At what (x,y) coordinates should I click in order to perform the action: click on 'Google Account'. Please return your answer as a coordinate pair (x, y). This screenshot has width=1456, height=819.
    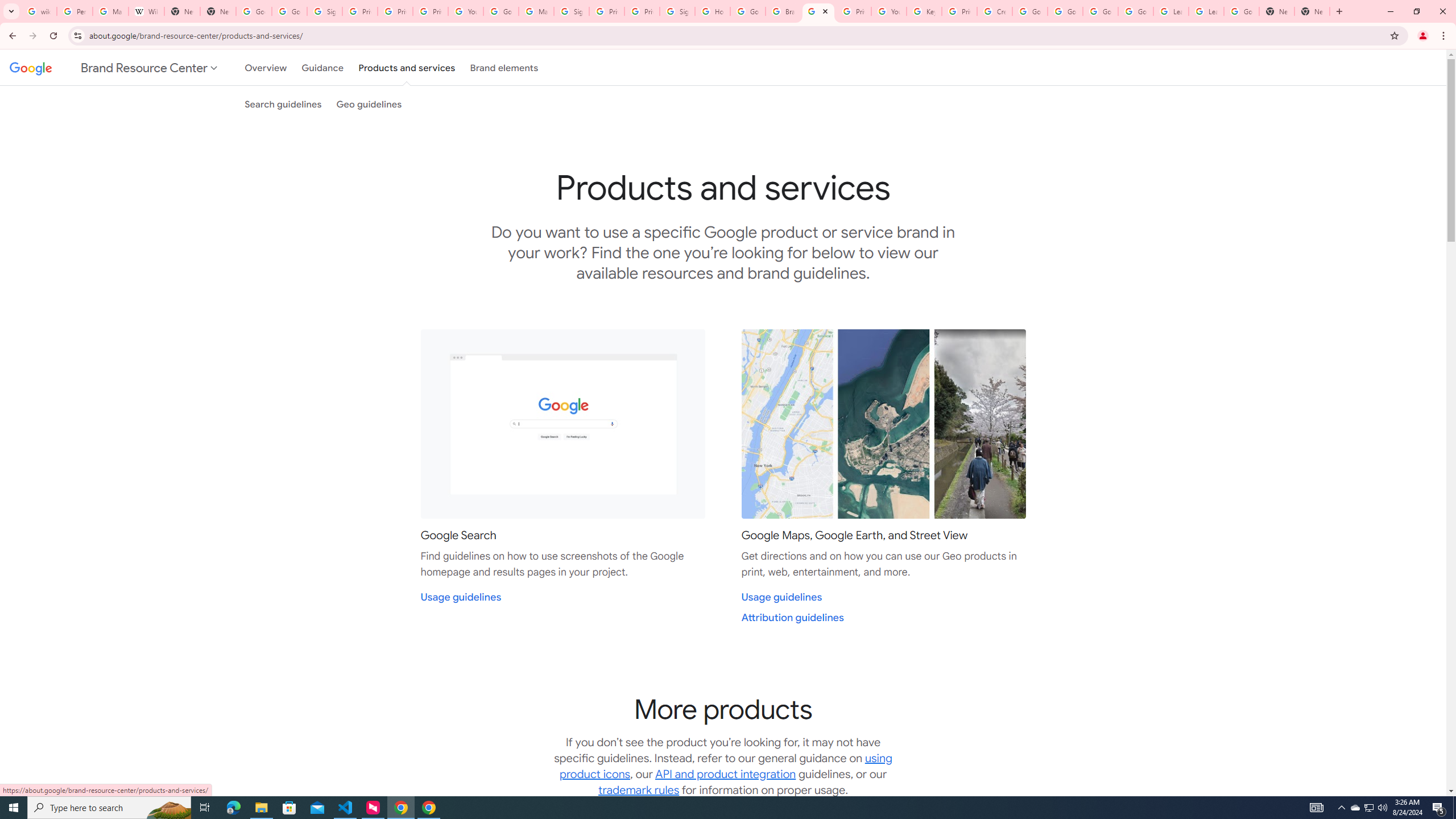
    Looking at the image, I should click on (1240, 11).